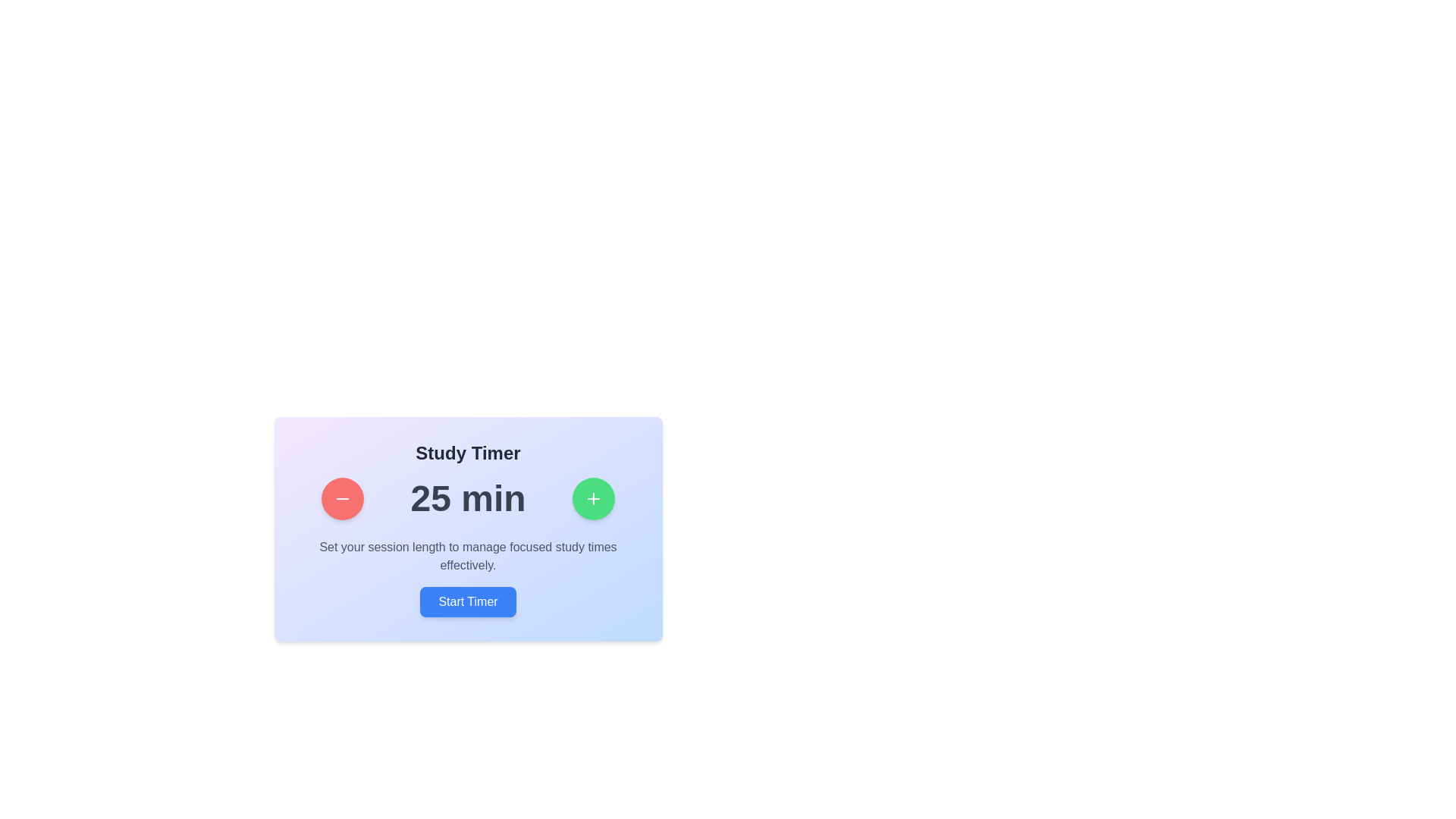  I want to click on the text display reading '25 min', which is prominently styled in a large bold font and located between the red subtraction button and the green addition button, below the title 'Study Timer', so click(467, 499).